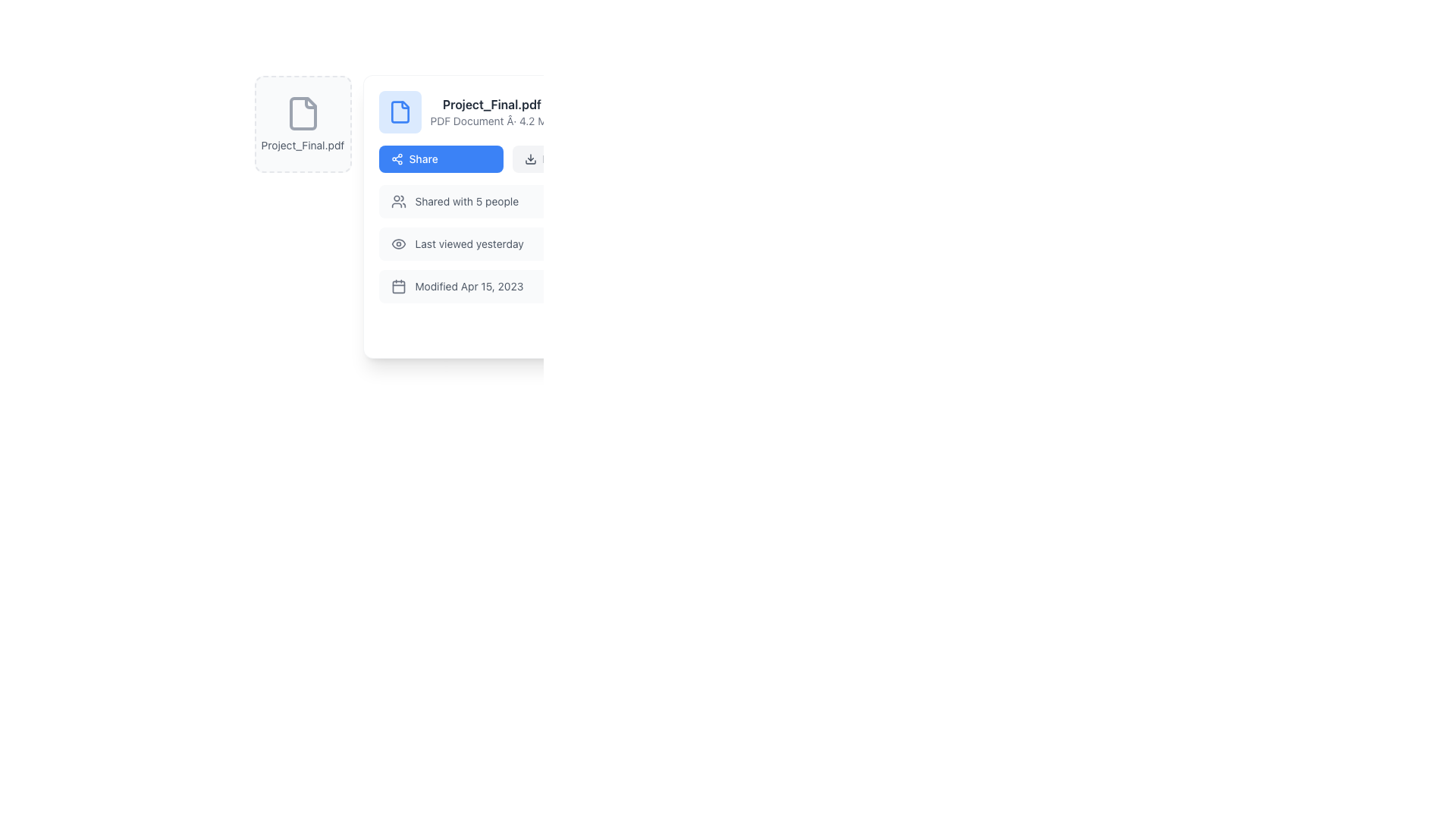 This screenshot has height=819, width=1456. I want to click on the icon indicating shared content located to the left of the 'Shared with 5 people' text, so click(398, 201).